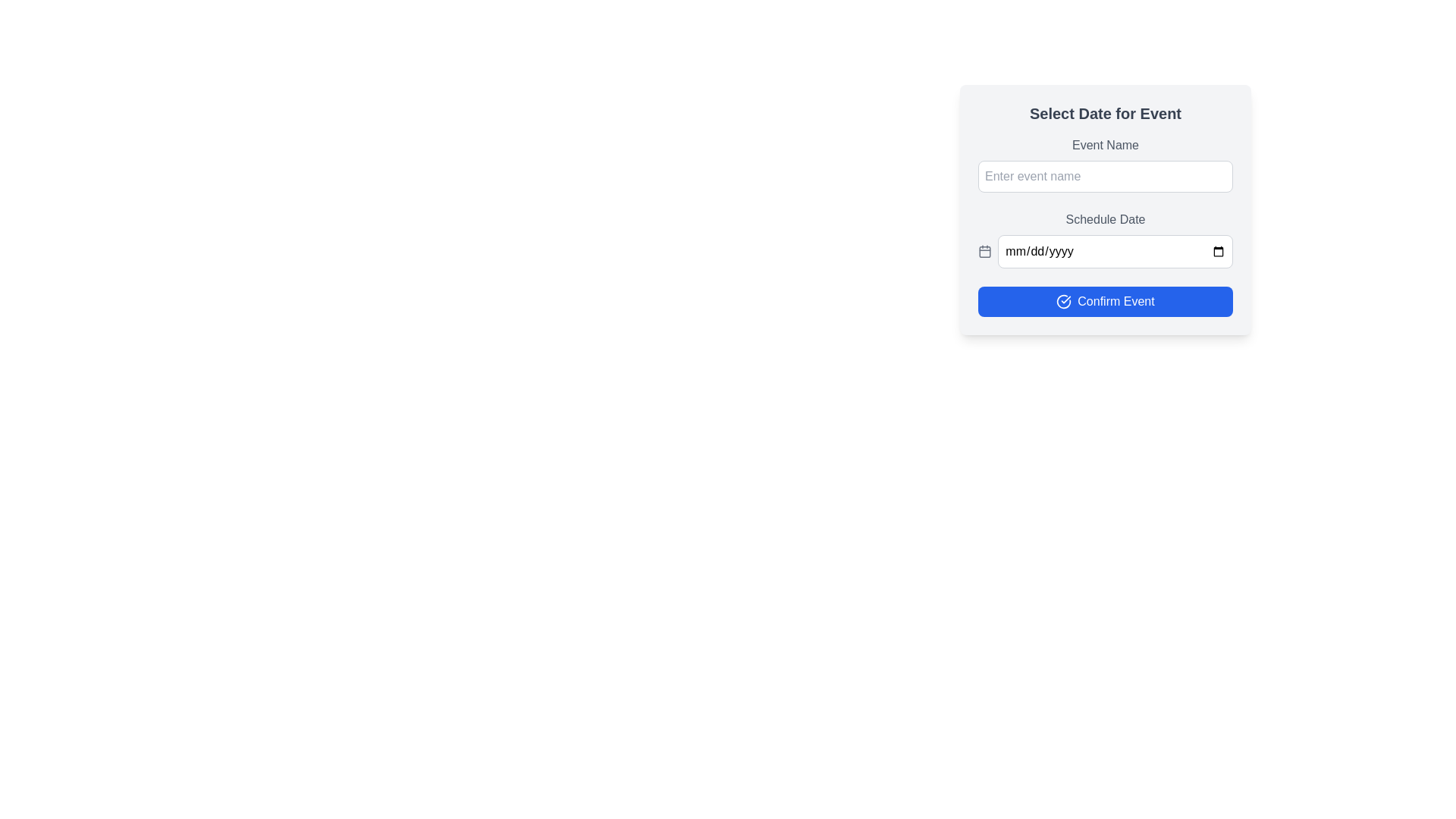 The image size is (1456, 819). What do you see at coordinates (985, 251) in the screenshot?
I see `the calendar icon located to the left of the 'Schedule Date' text input field, which is a square icon with rounded corners and a monochromatic design` at bounding box center [985, 251].